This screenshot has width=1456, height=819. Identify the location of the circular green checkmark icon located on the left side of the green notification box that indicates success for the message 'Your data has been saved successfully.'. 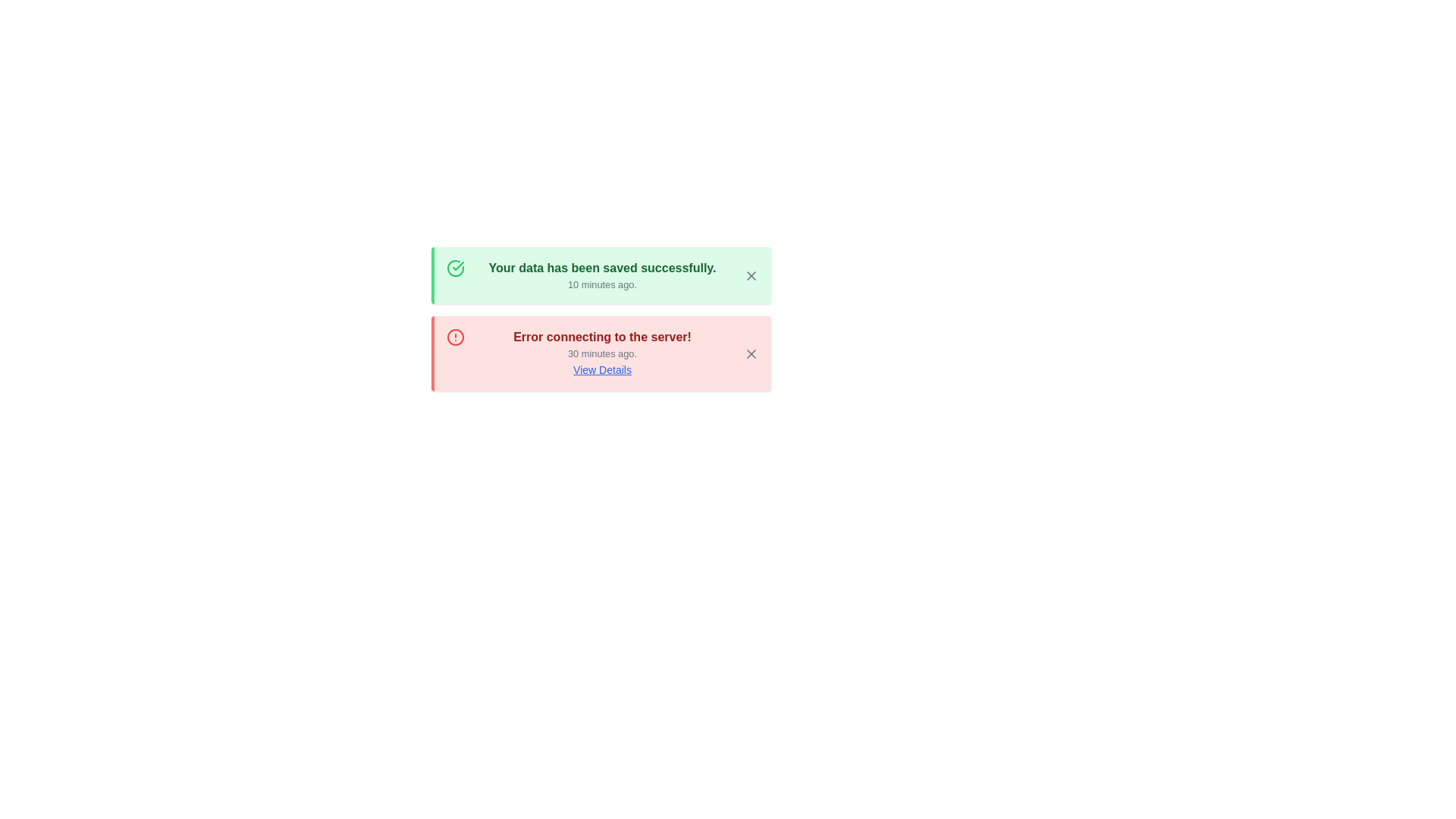
(454, 275).